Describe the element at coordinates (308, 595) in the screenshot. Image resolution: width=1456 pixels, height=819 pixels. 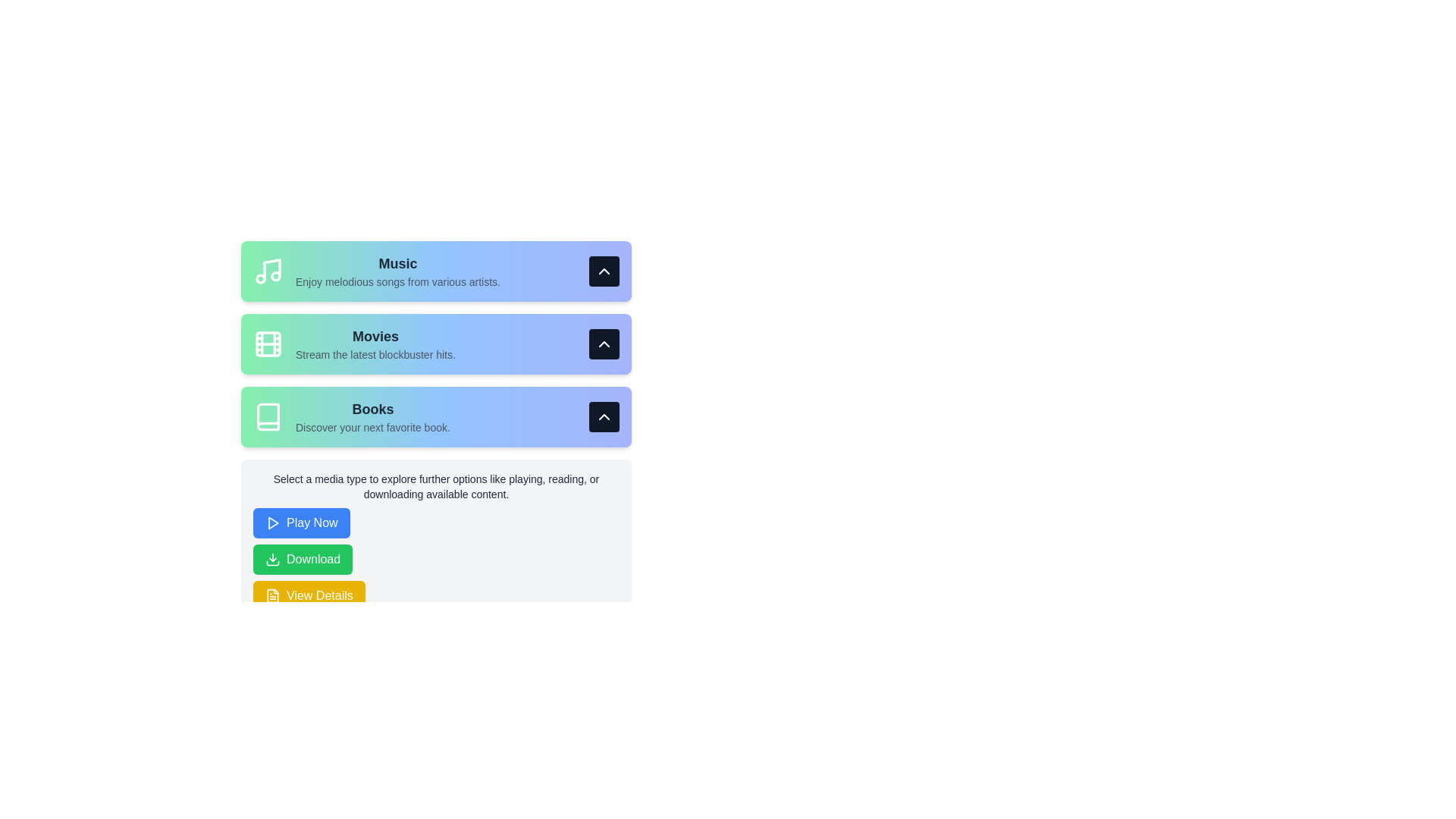
I see `the third button in the vertically stacked group below the 'Play Now' (blue) and 'Download' (green) buttons` at that location.